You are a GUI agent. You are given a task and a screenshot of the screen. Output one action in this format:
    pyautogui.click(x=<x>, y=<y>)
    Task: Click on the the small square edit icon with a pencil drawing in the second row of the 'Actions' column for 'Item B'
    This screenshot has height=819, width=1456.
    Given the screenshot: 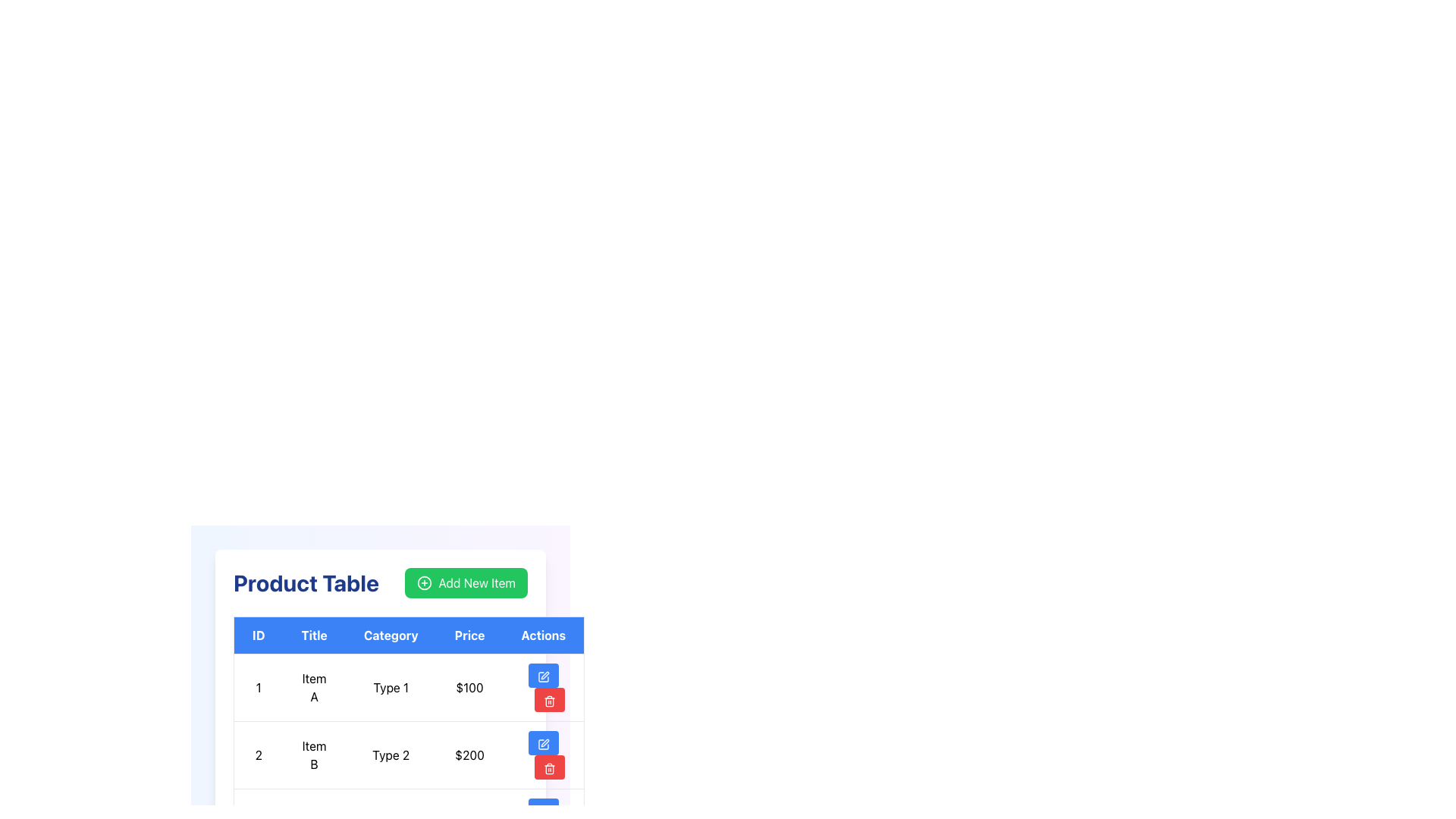 What is the action you would take?
    pyautogui.click(x=543, y=743)
    